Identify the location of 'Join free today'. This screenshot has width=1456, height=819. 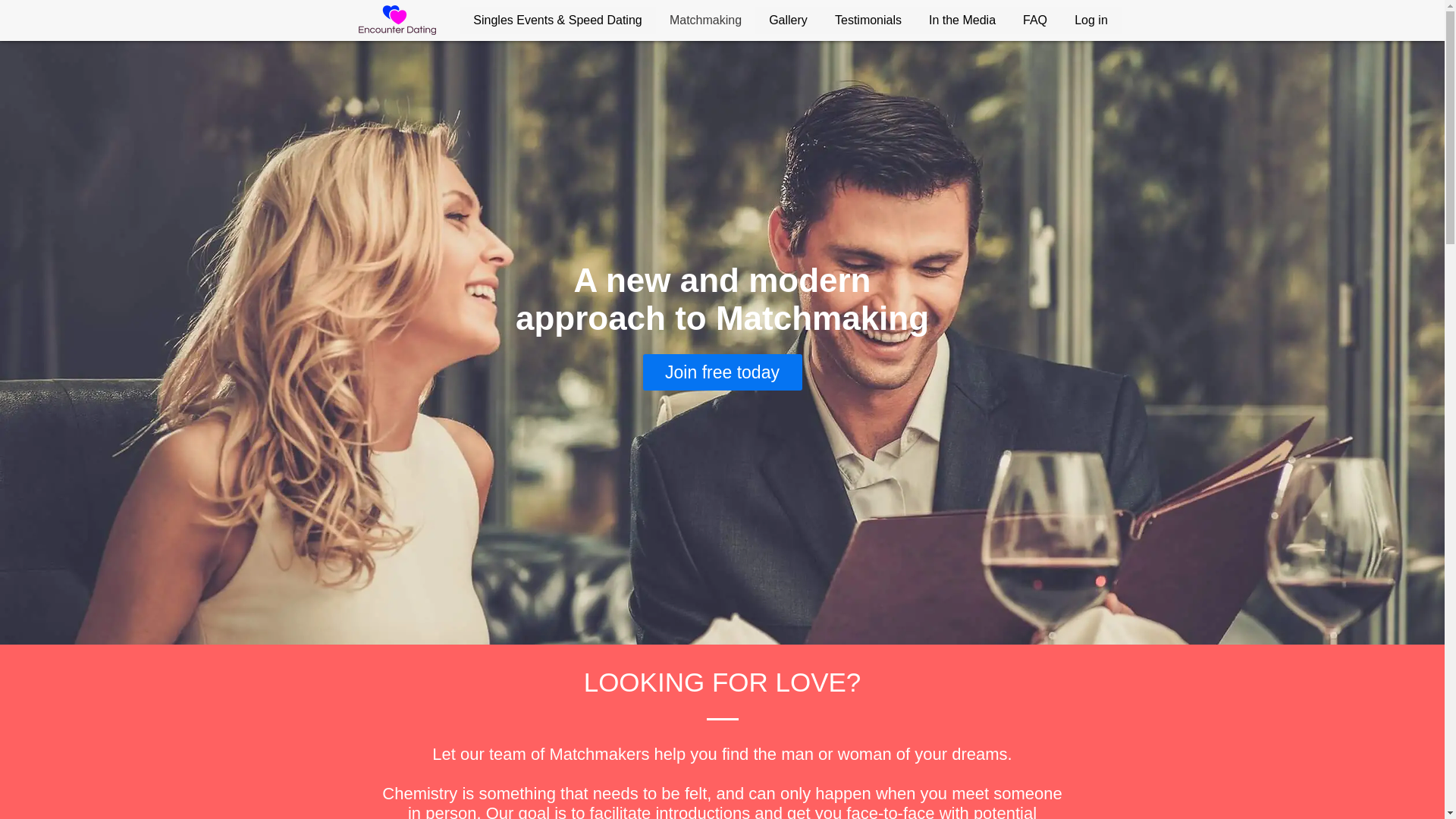
(722, 372).